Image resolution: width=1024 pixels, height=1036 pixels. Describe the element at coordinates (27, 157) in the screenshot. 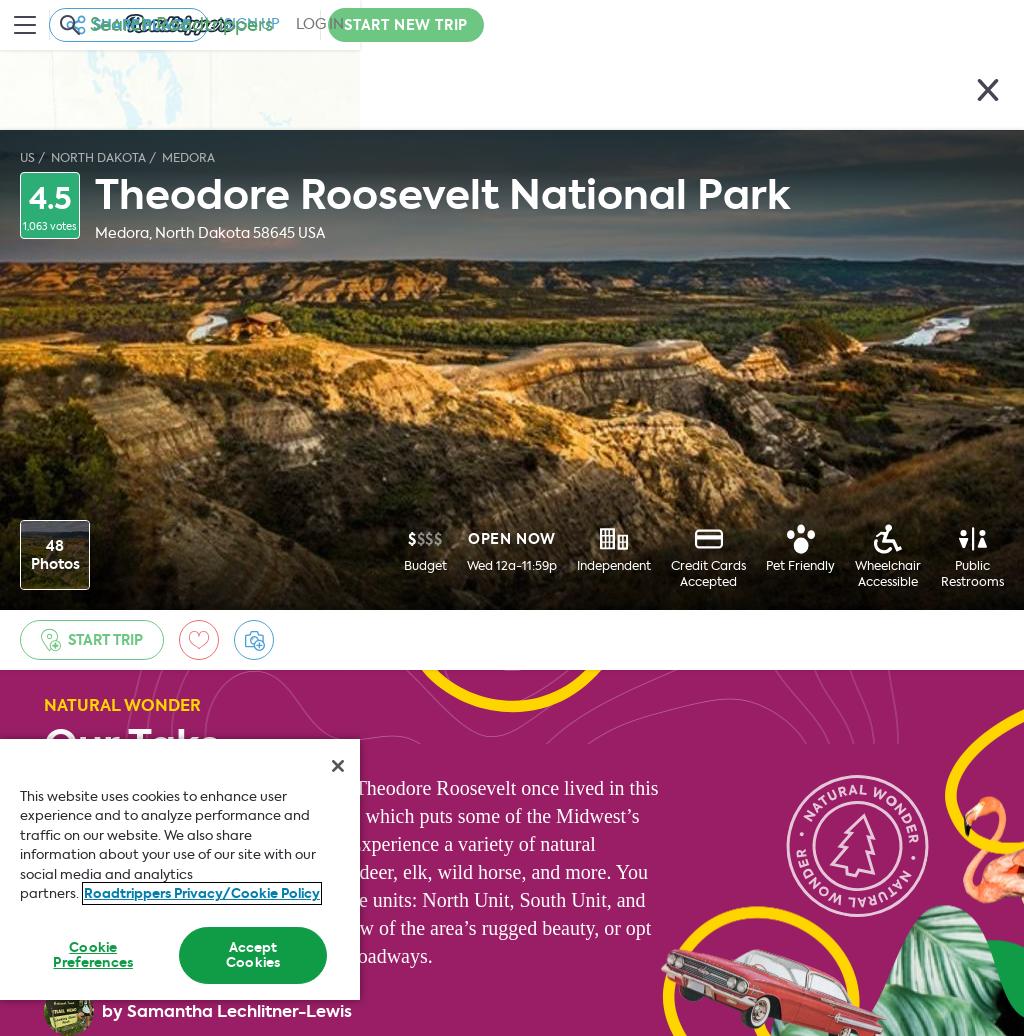

I see `'US'` at that location.